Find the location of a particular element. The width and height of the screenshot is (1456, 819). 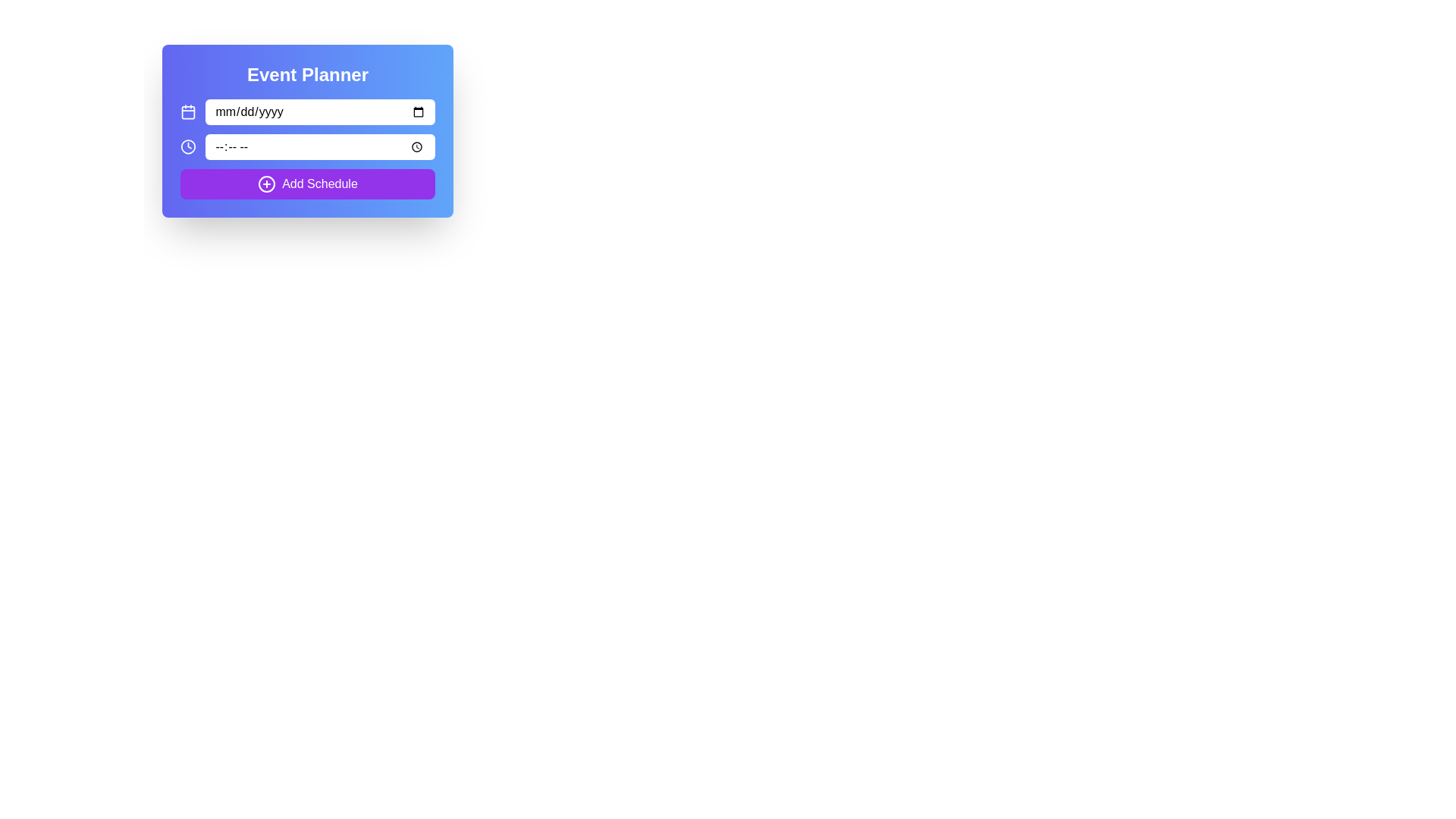

the circular '+' icon with a purple background and white border located inside the 'Add Schedule' button, positioned towards its left side is located at coordinates (267, 184).